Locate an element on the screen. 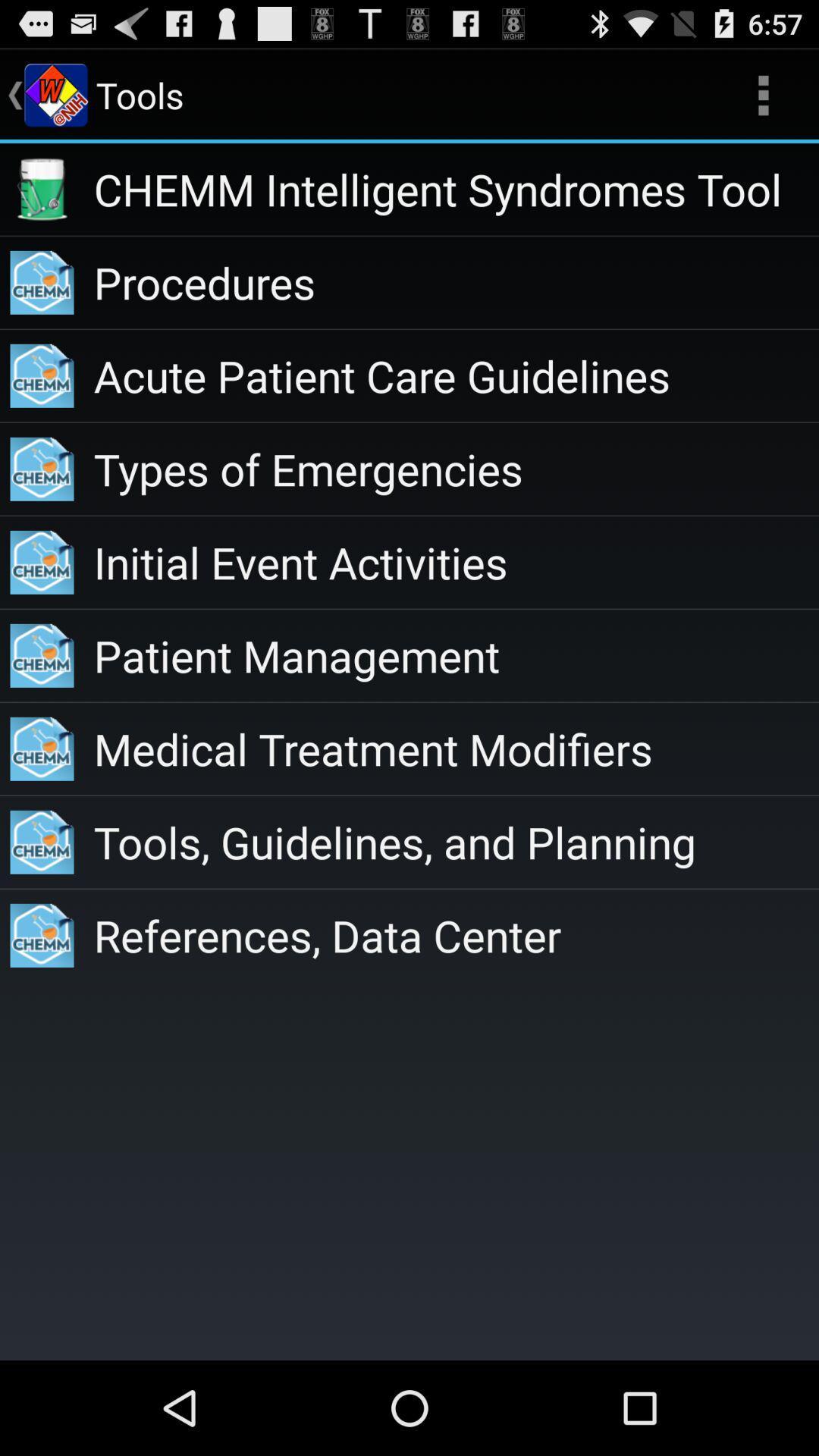  app above types of emergencies icon is located at coordinates (455, 375).